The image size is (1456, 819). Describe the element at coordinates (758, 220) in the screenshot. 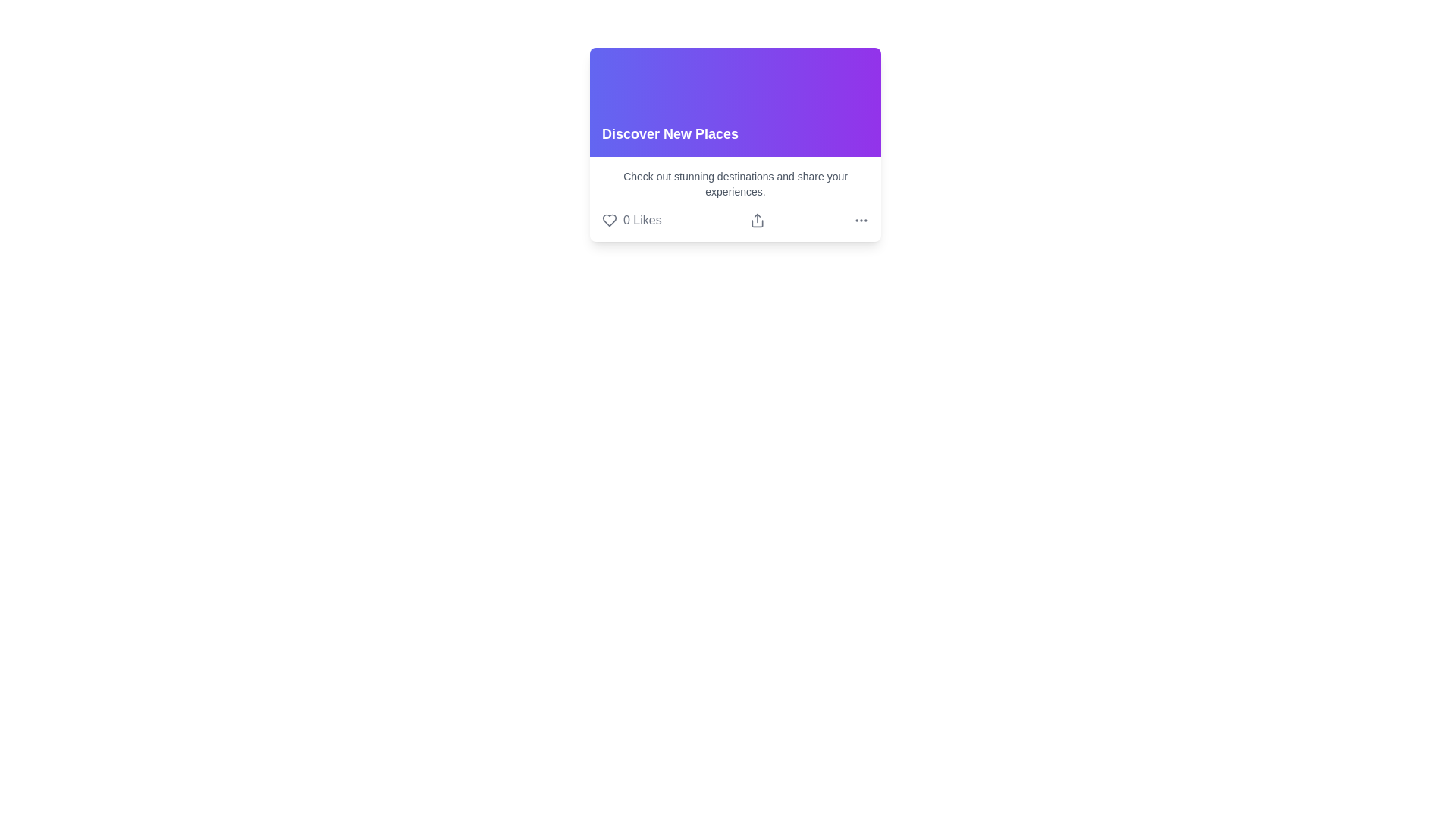

I see `the share icon button located to the right of the '0 Likes' and heart icon` at that location.